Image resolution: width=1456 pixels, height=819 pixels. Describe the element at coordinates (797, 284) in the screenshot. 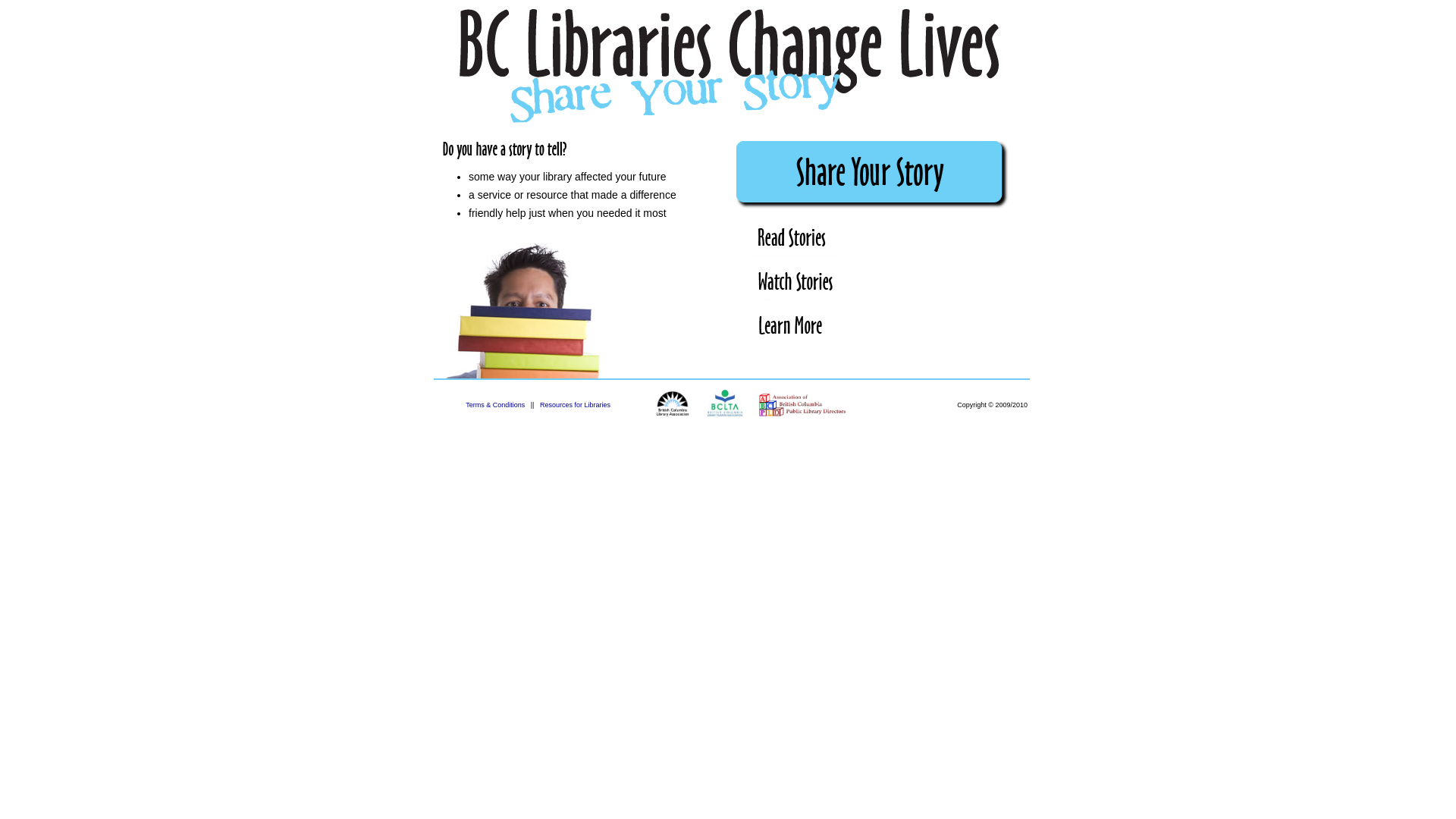

I see `'Watch Stories'` at that location.